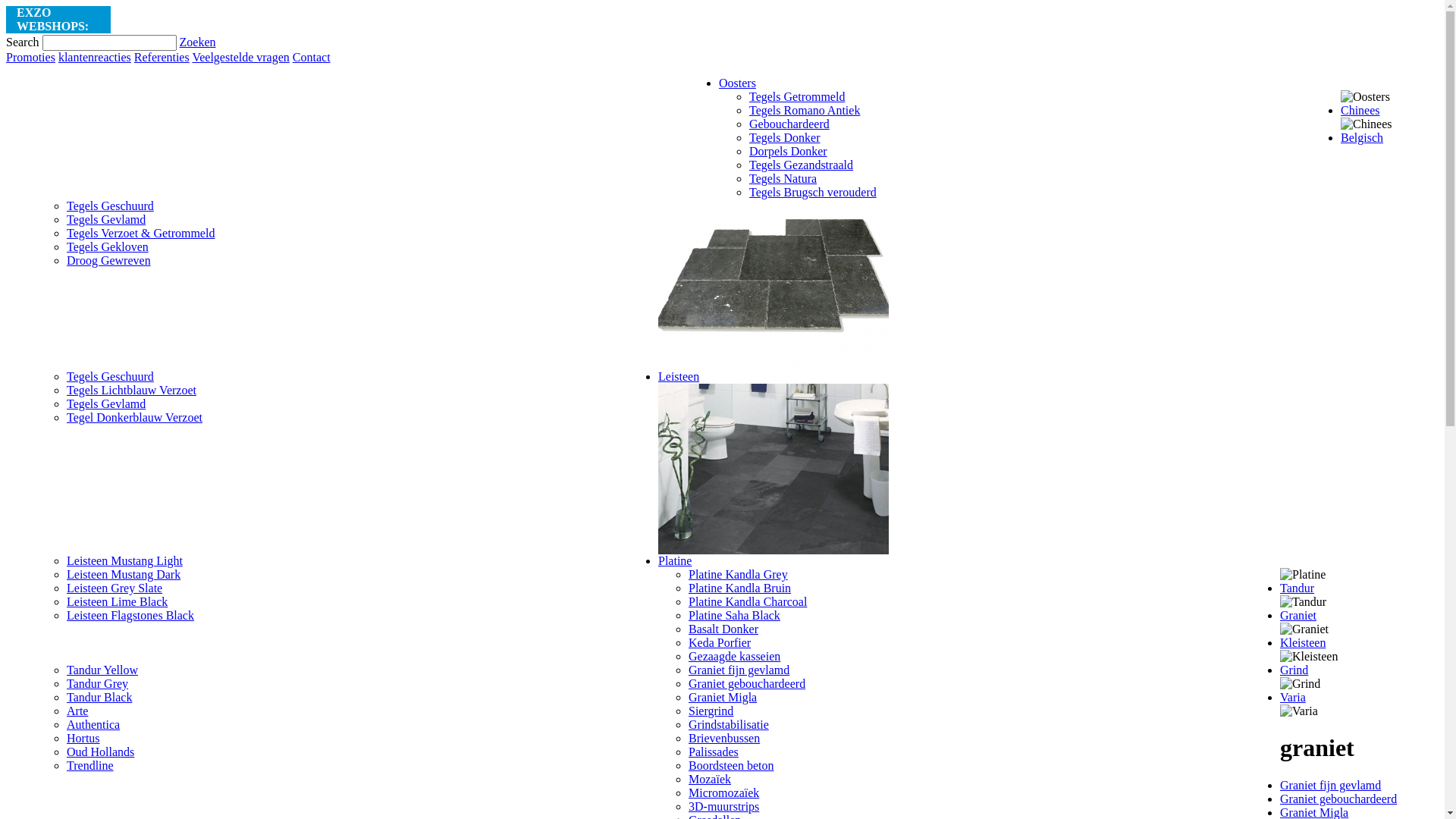 This screenshot has height=819, width=1456. Describe the element at coordinates (712, 752) in the screenshot. I see `'Palissades'` at that location.